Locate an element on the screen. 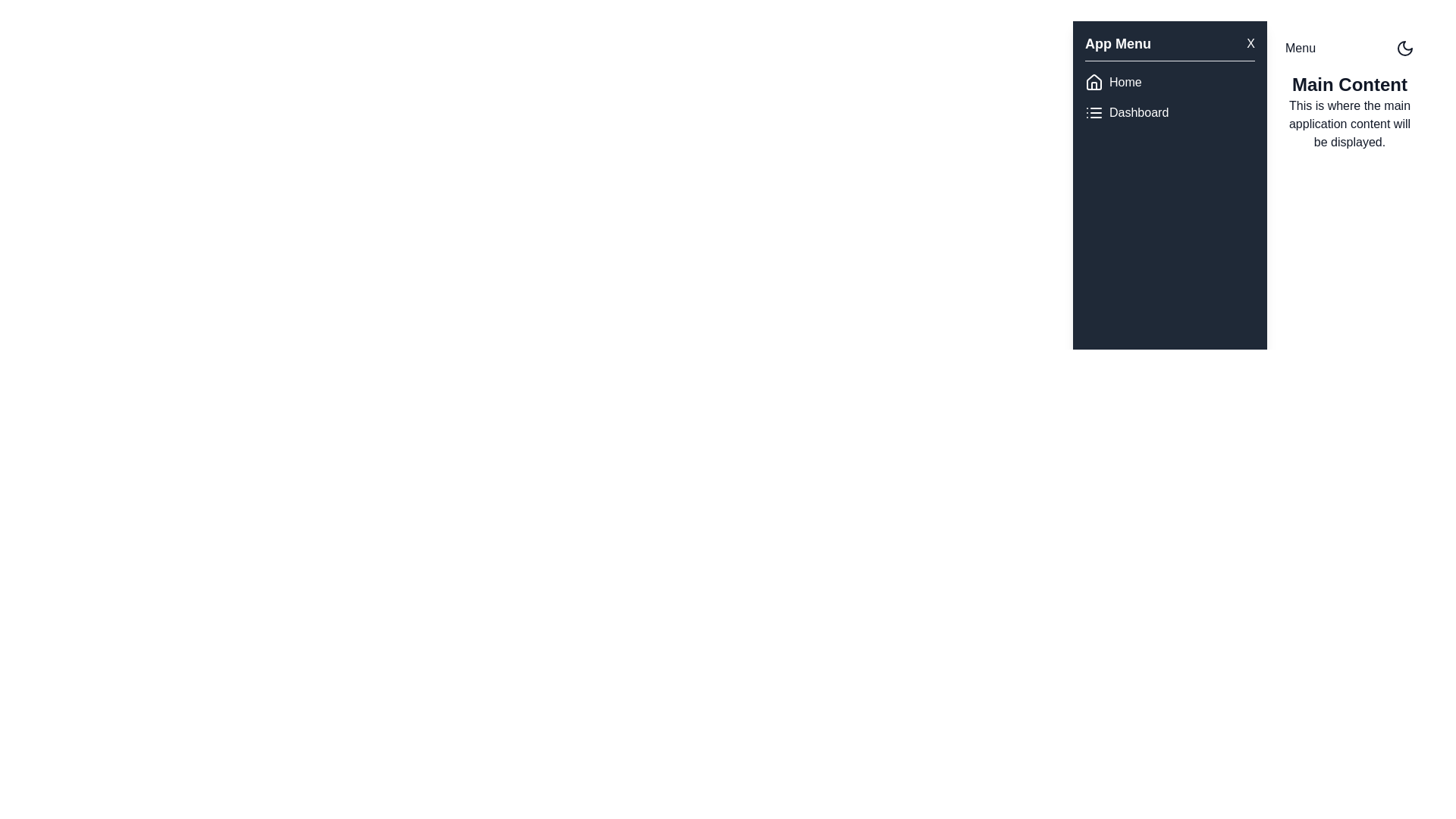  the 'Home' menu item in the navigation panel is located at coordinates (1169, 82).